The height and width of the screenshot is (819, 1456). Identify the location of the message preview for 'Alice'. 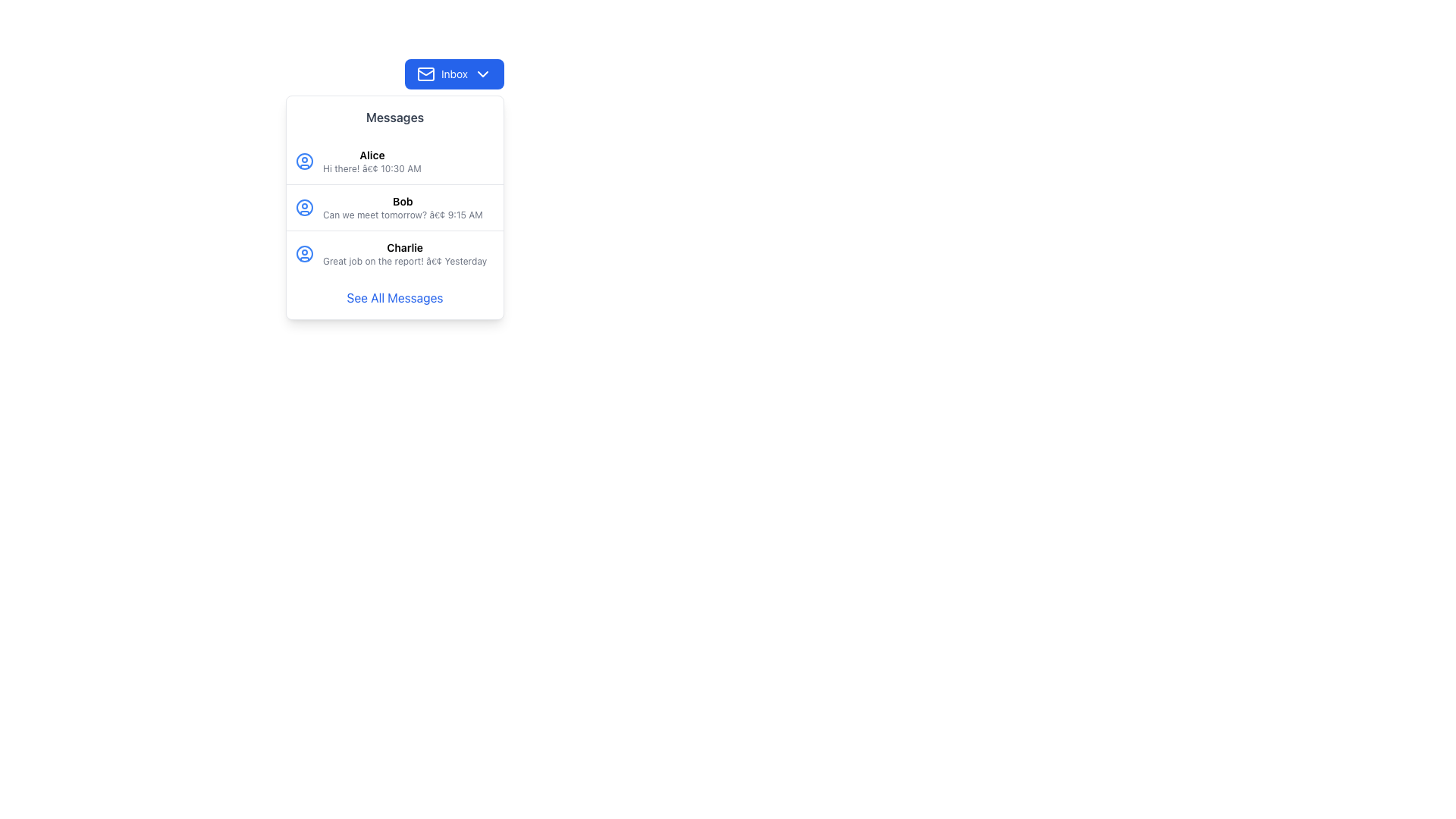
(395, 161).